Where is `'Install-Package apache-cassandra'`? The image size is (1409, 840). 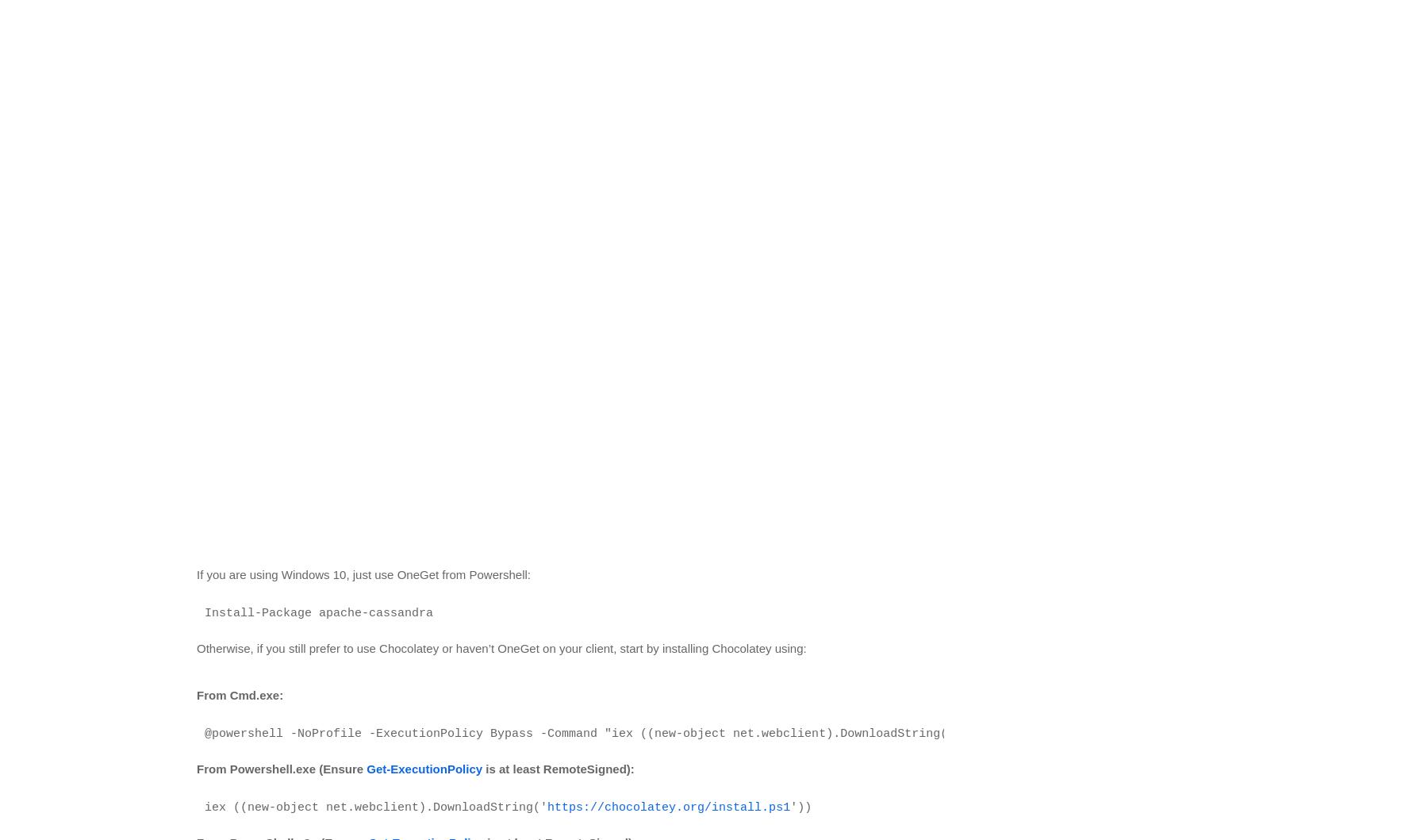
'Install-Package apache-cassandra' is located at coordinates (319, 612).